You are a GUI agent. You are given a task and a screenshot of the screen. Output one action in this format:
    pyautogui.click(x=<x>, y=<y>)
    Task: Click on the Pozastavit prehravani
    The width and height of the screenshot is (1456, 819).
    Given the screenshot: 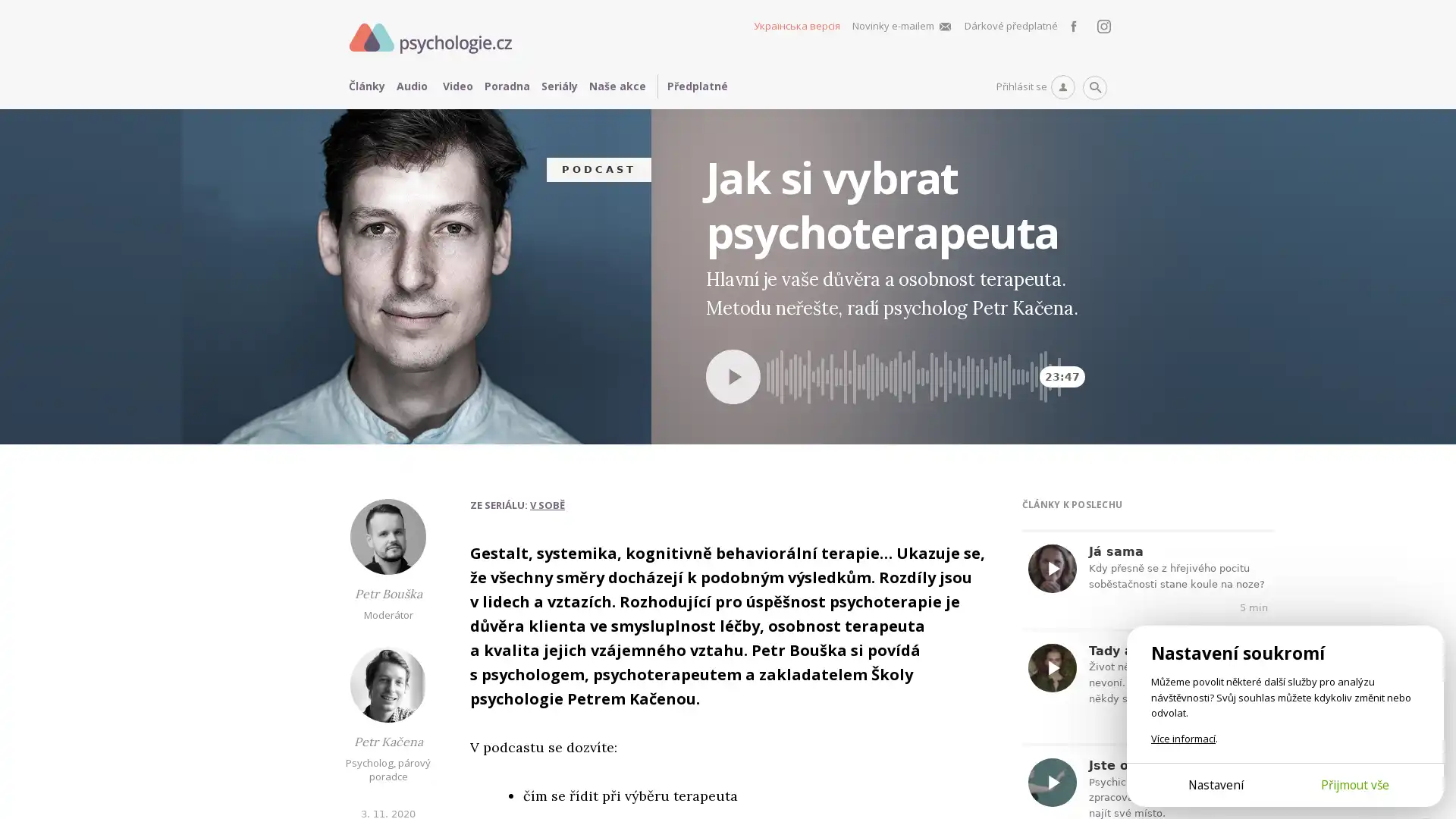 What is the action you would take?
    pyautogui.click(x=766, y=348)
    